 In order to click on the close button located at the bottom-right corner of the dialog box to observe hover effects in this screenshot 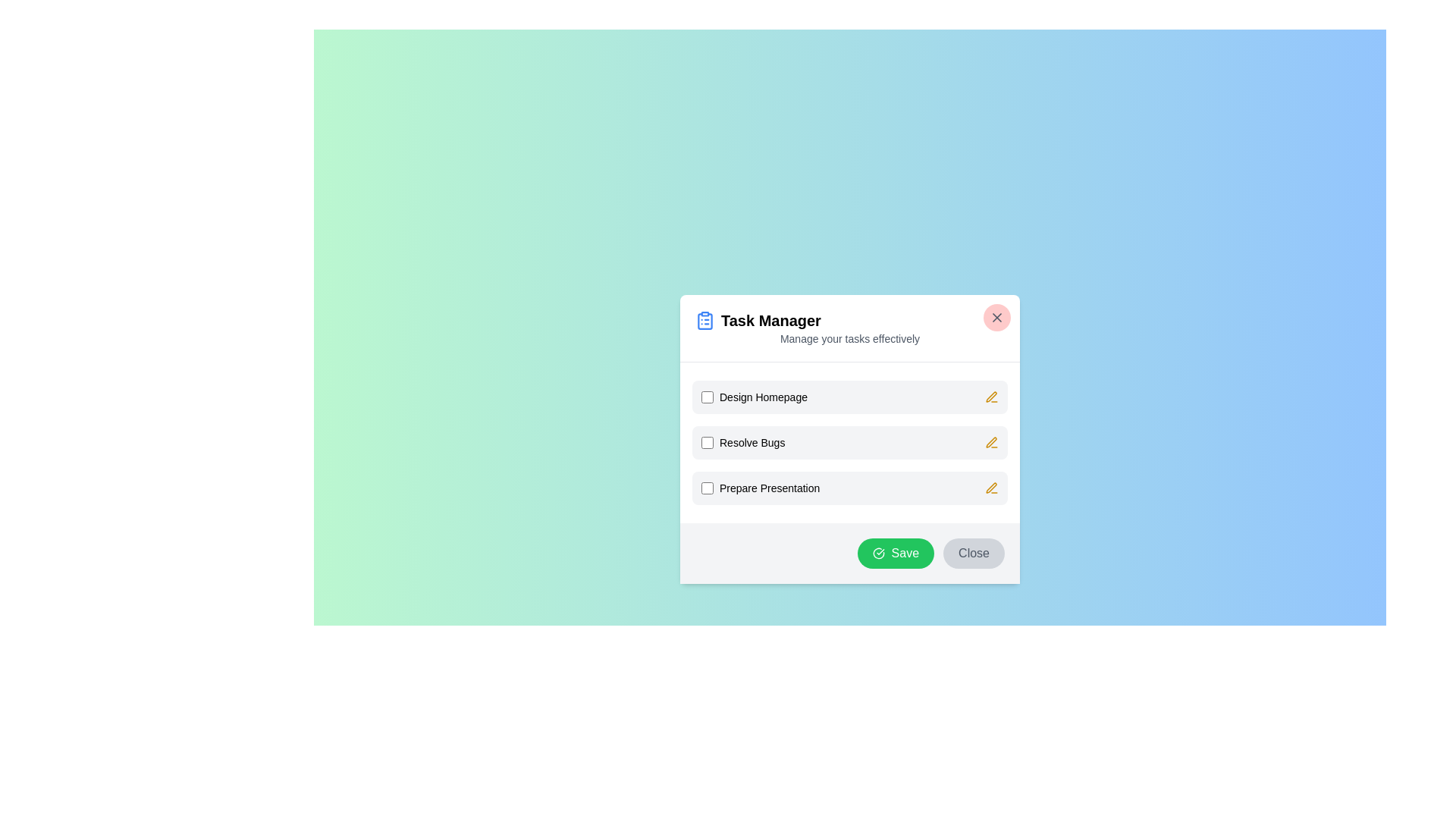, I will do `click(974, 553)`.